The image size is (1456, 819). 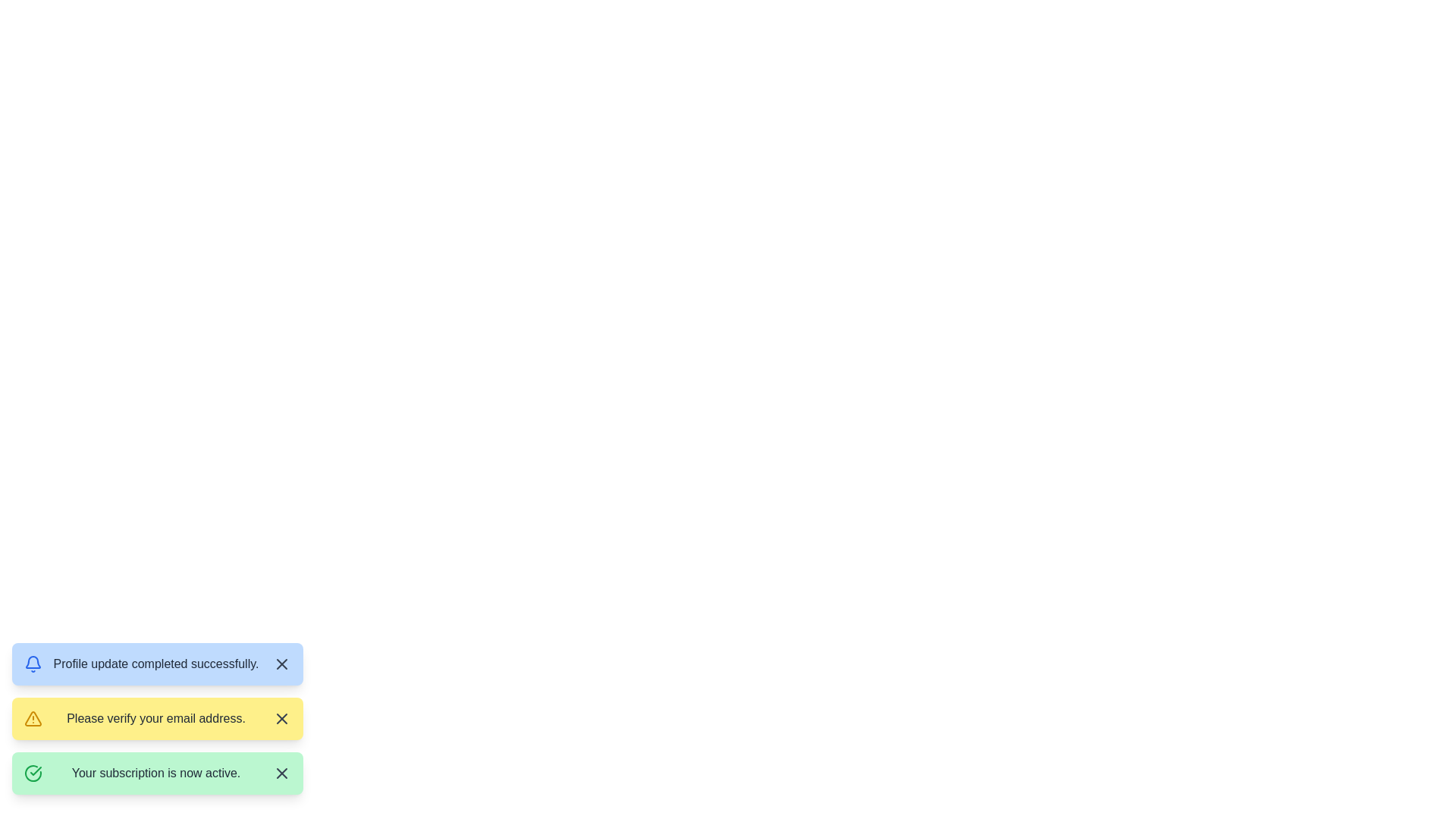 I want to click on the close button icon located on the rightmost side of the notification bar that indicates 'Profile update completed successfully', so click(x=282, y=663).